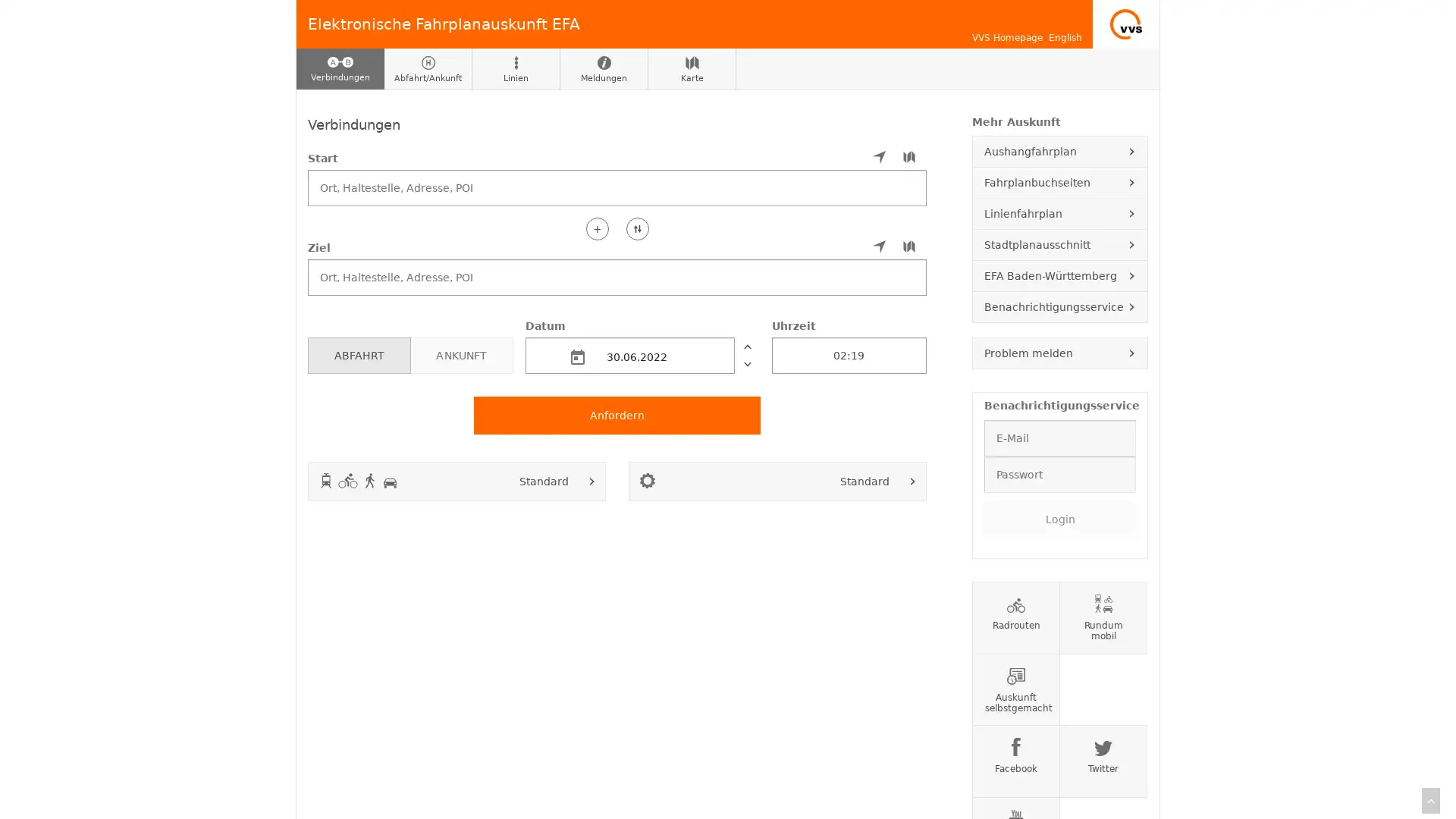  I want to click on 30.06.2022, so click(629, 354).